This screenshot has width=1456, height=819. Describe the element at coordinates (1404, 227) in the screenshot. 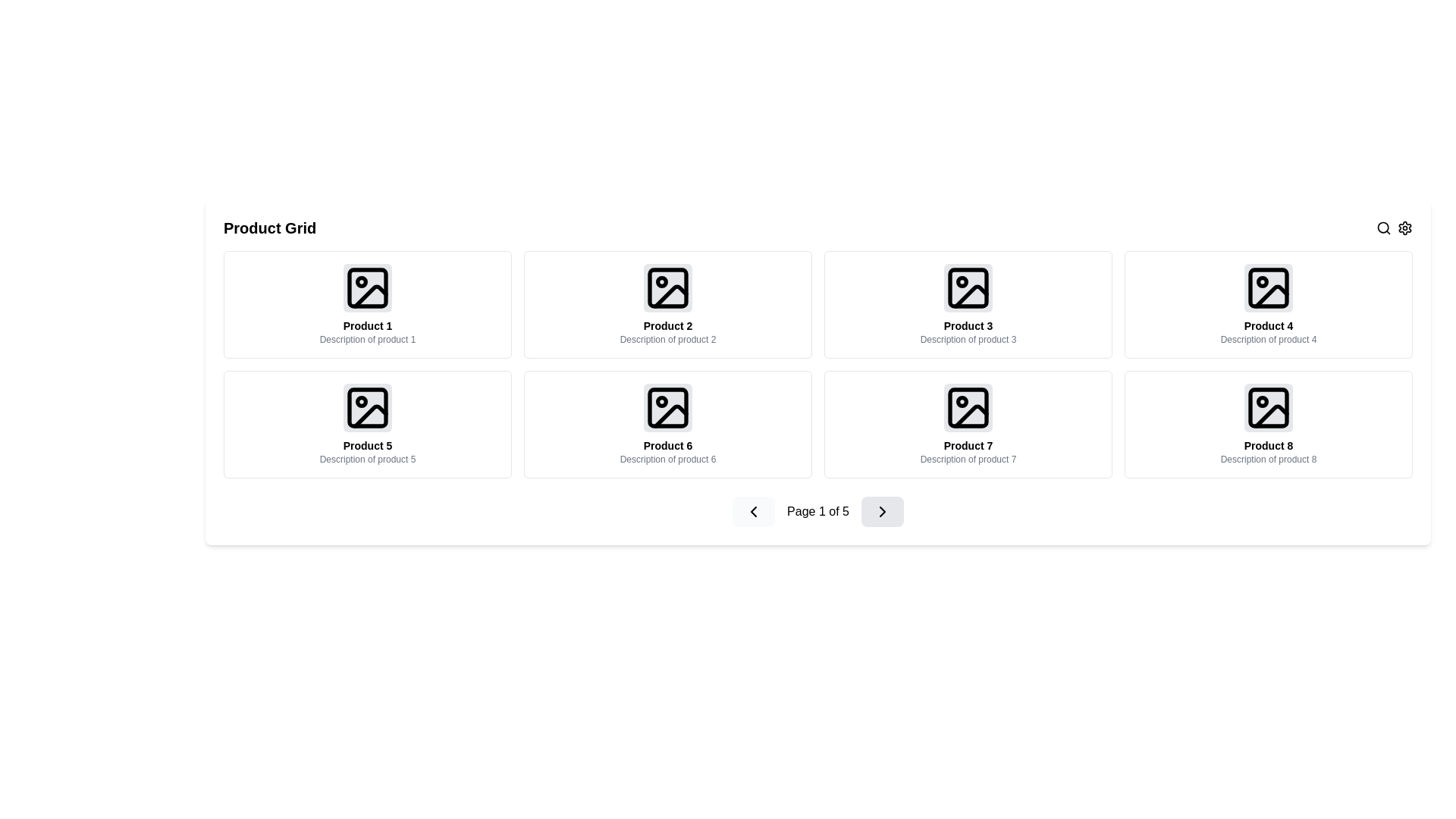

I see `the gear-shaped icon located in the top right corner of the interface` at that location.